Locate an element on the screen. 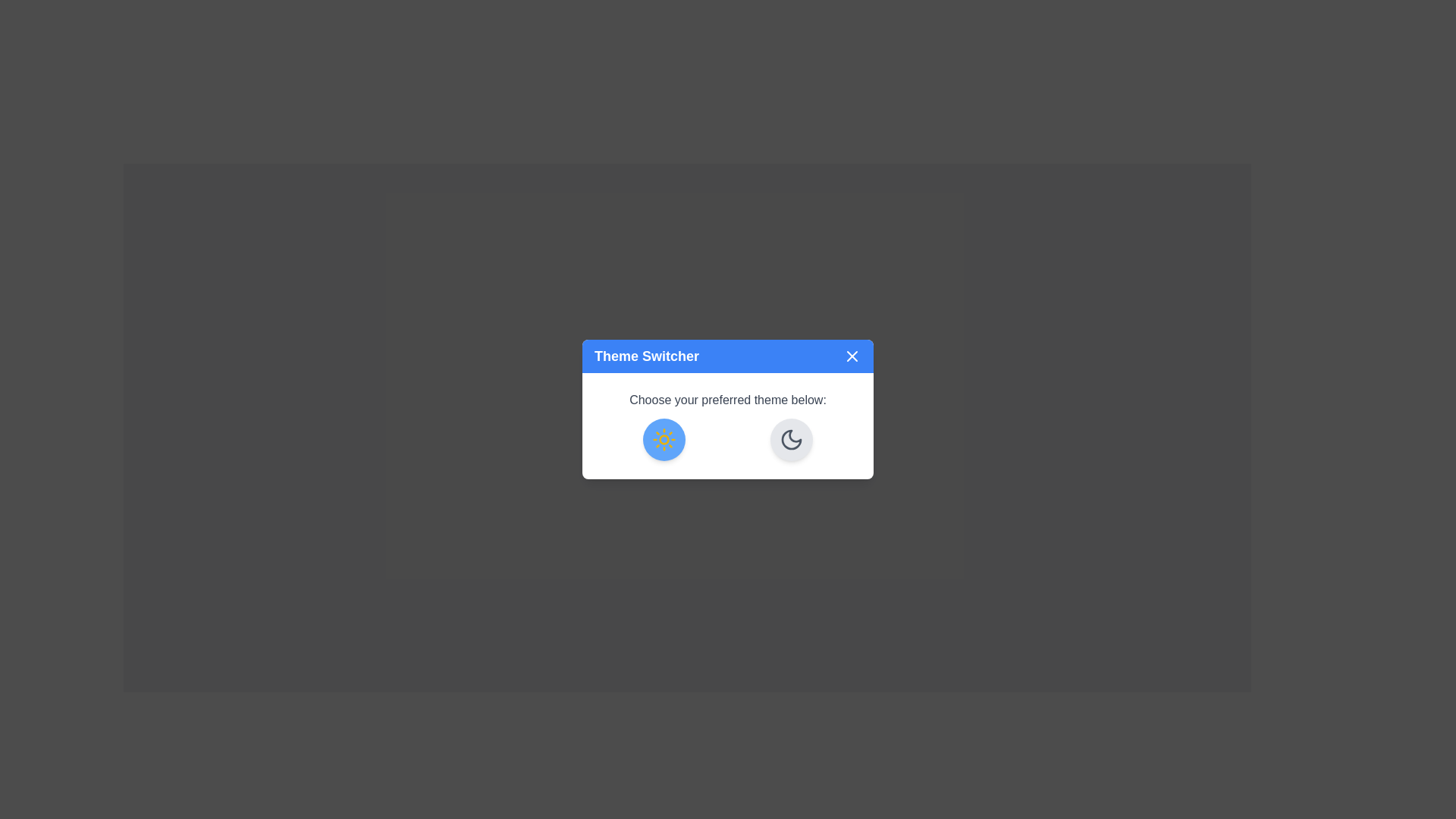 This screenshot has width=1456, height=819. the small button with an 'X' icon on a blue circular background located at the top-right corner of the 'Theme Switcher' modal dialog is located at coordinates (852, 356).